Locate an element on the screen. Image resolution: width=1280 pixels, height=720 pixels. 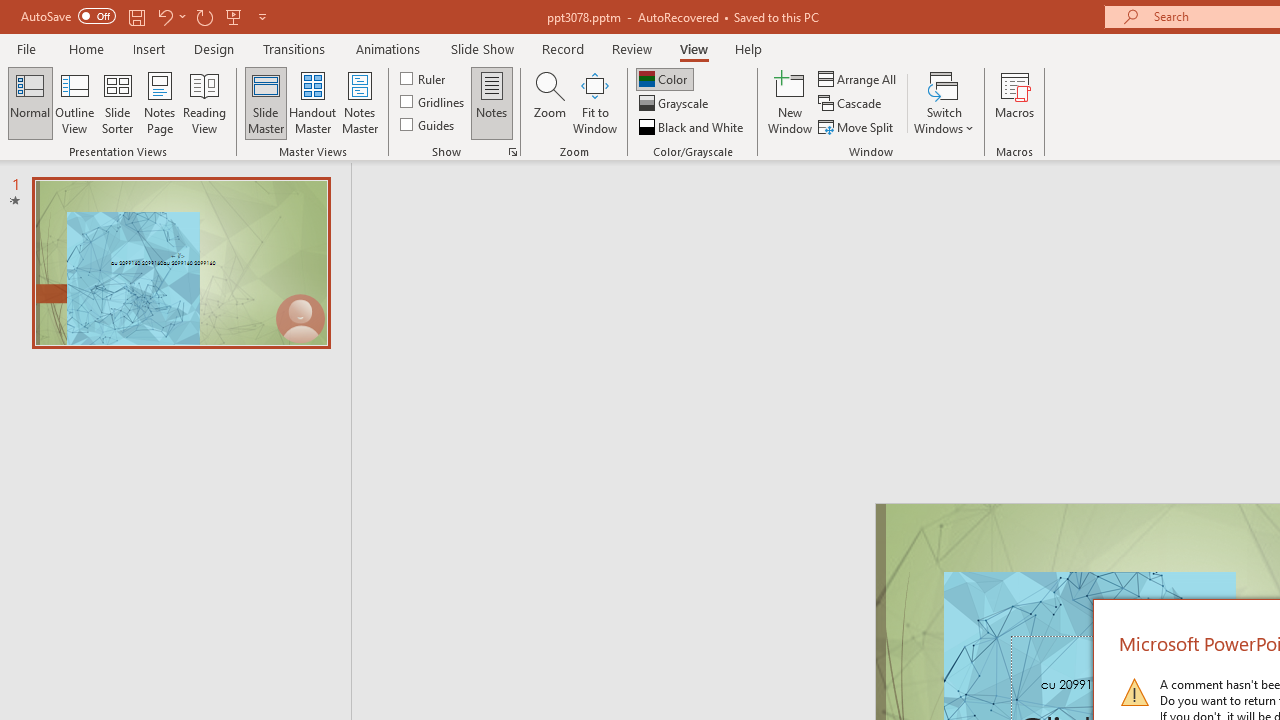
'Fit to Window' is located at coordinates (594, 103).